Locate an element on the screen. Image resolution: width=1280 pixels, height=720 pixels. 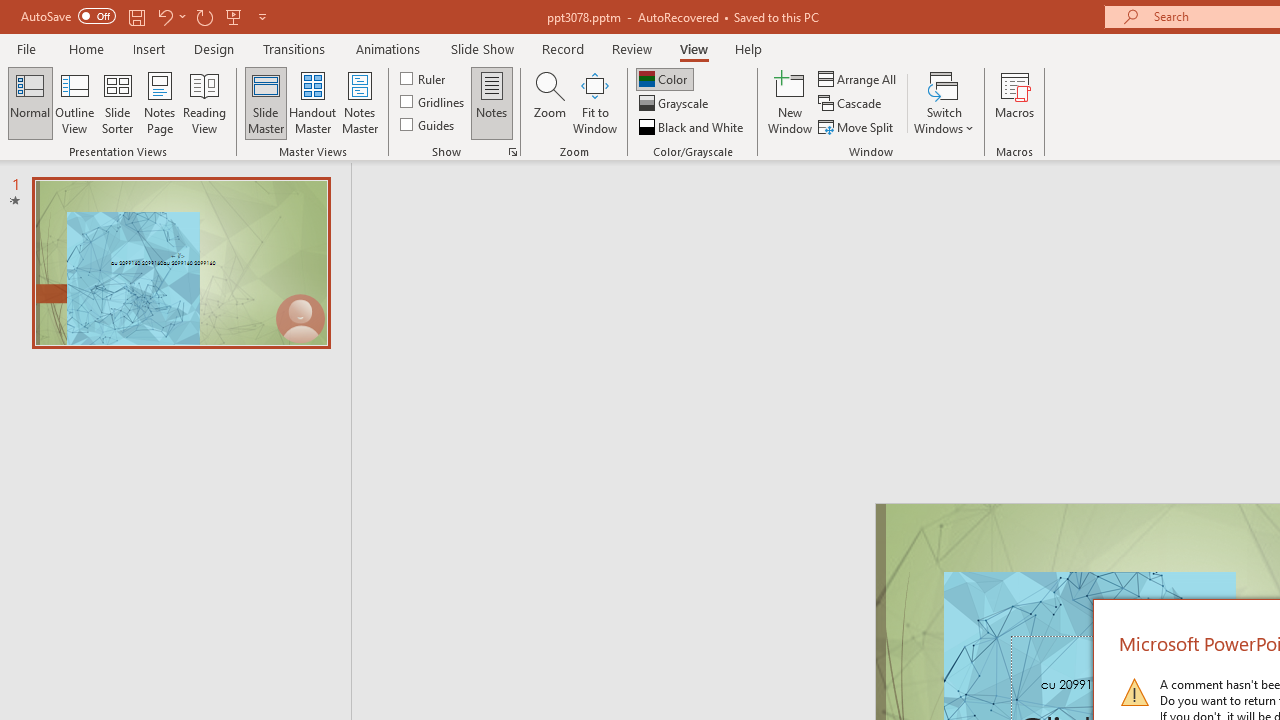
'Fit to Window' is located at coordinates (594, 103).